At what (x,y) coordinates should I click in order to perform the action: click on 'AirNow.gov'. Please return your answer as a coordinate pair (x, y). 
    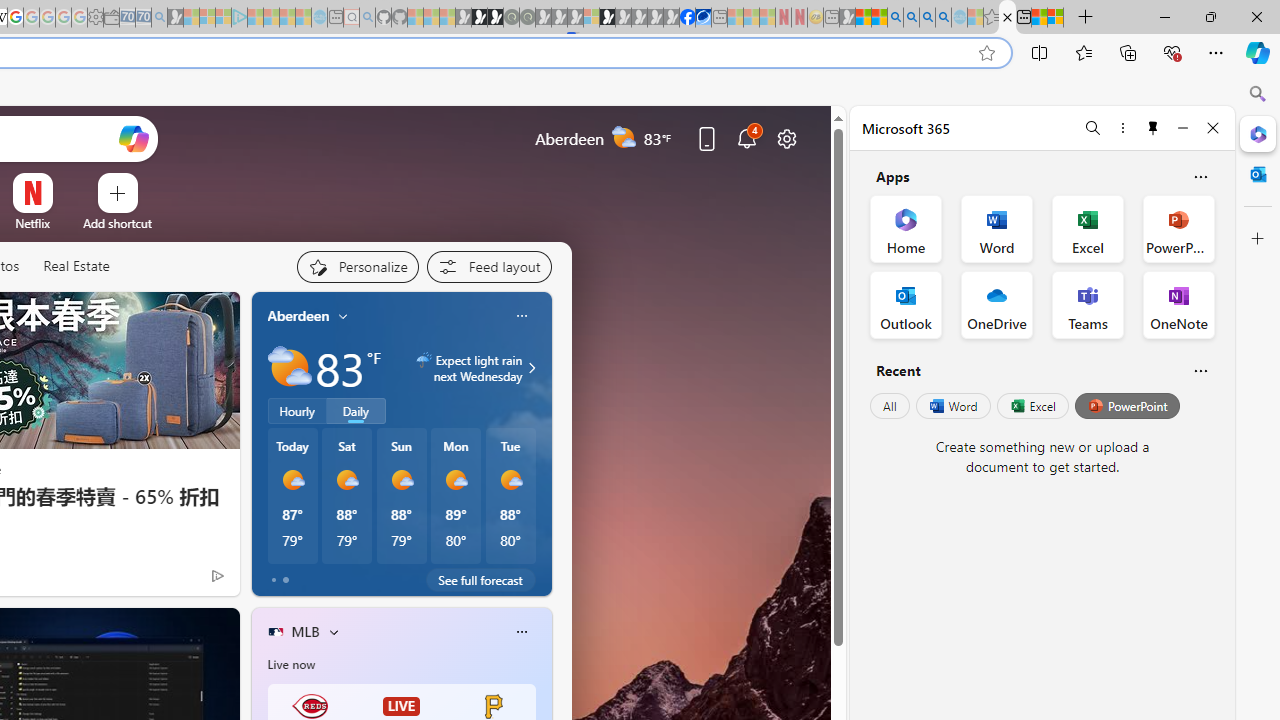
    Looking at the image, I should click on (703, 17).